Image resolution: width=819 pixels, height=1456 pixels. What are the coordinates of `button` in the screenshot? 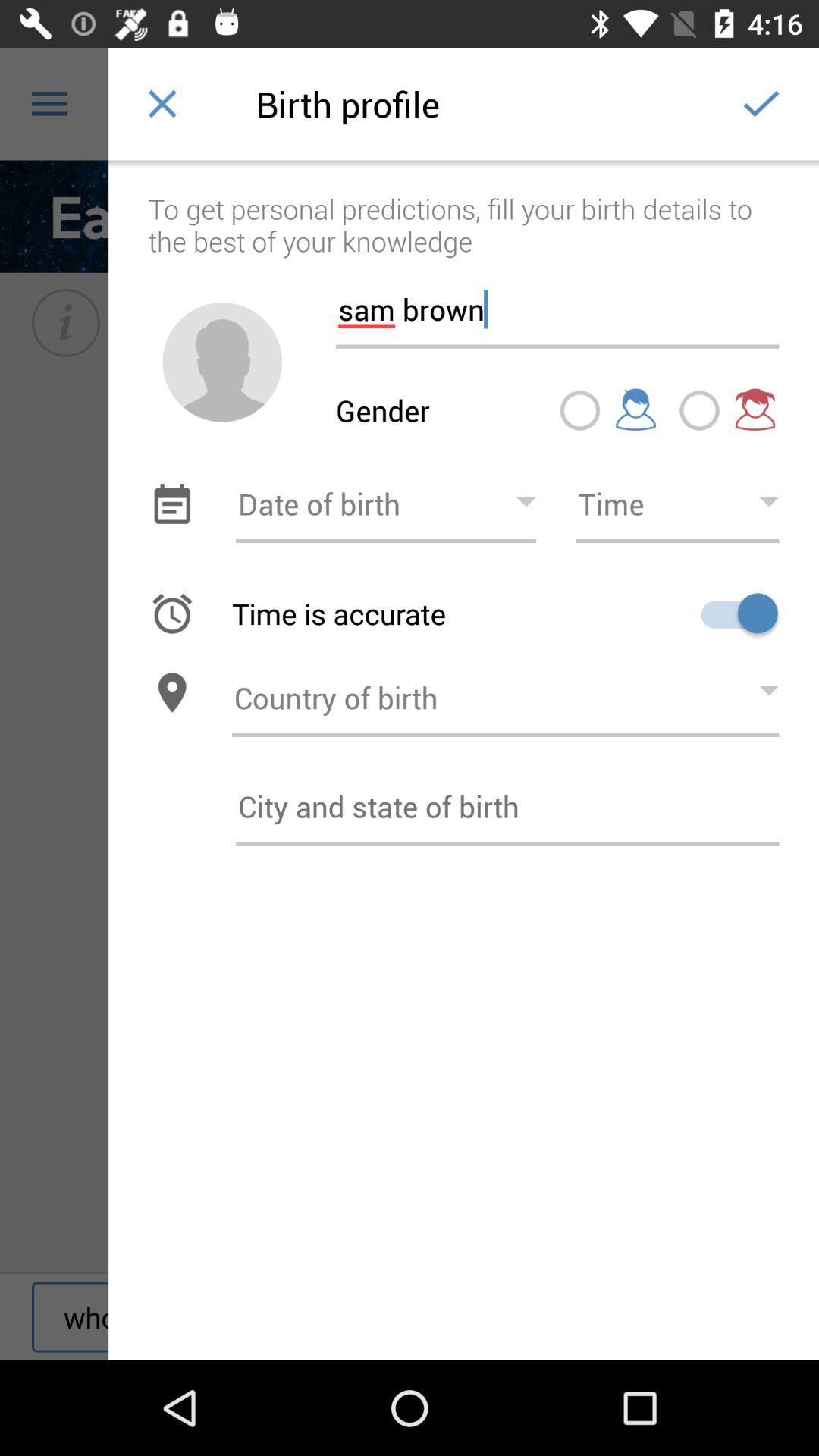 It's located at (579, 410).